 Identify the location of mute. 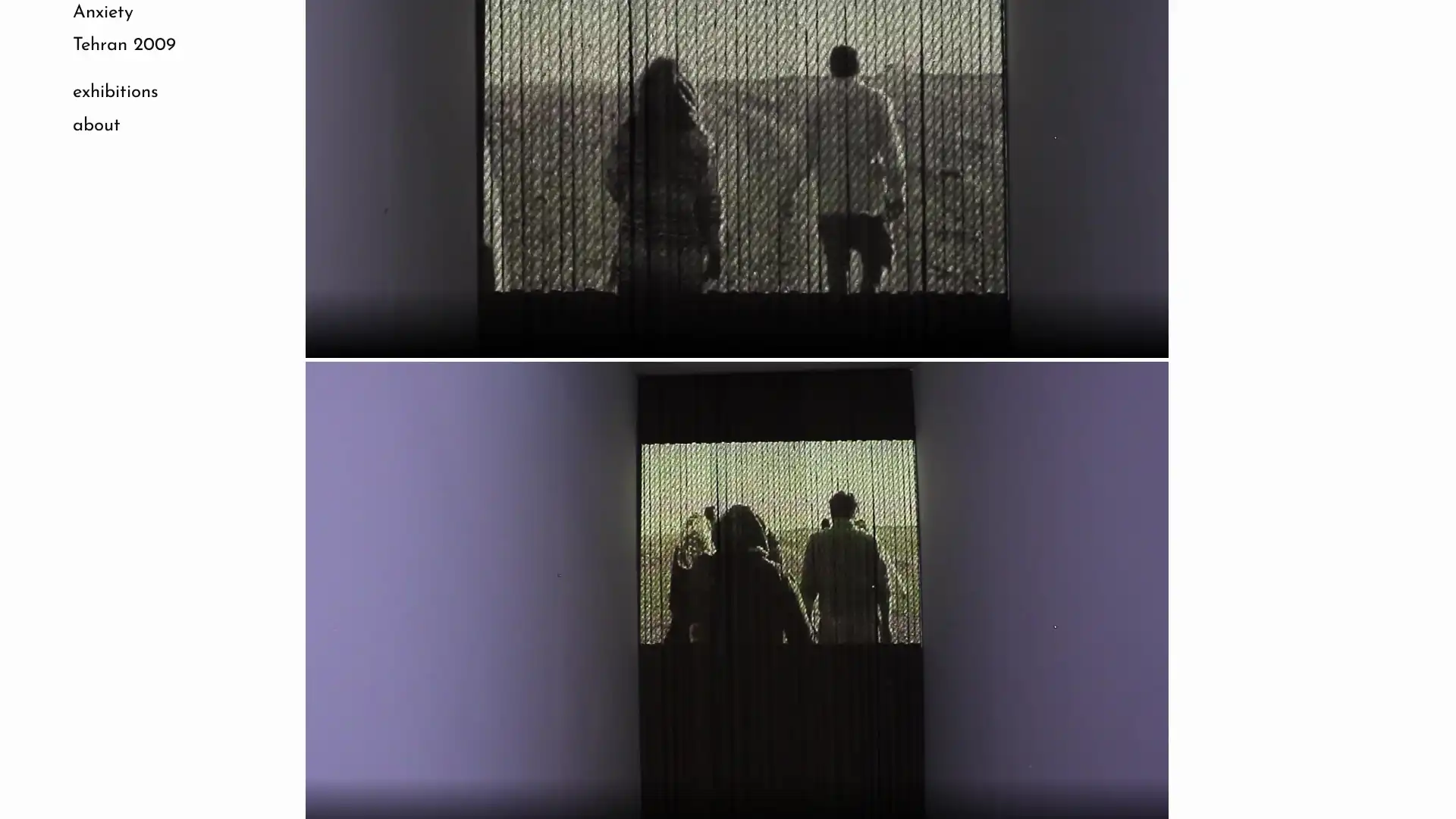
(1076, 320).